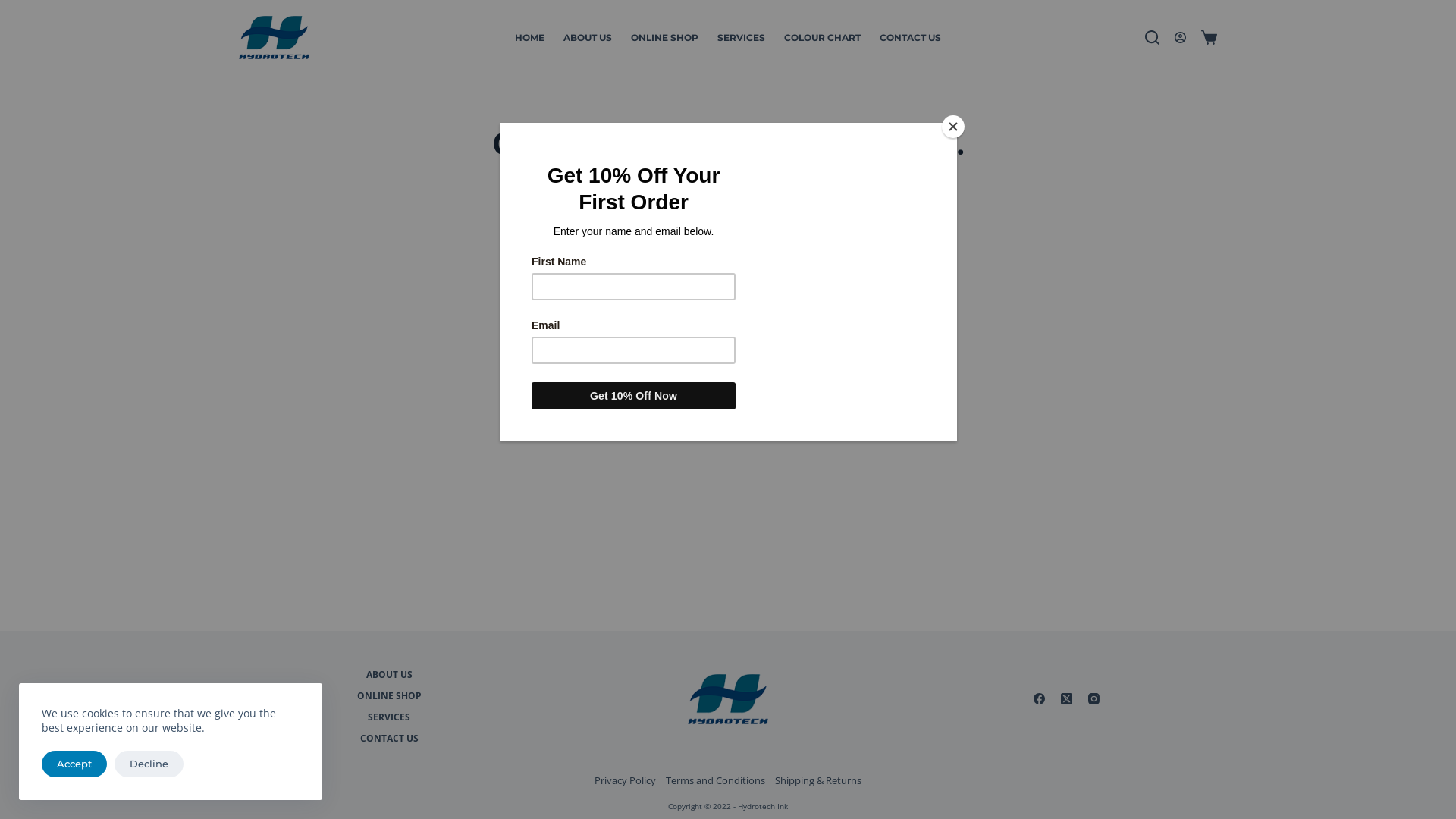 Image resolution: width=1456 pixels, height=819 pixels. What do you see at coordinates (625, 780) in the screenshot?
I see `'Privacy Policy'` at bounding box center [625, 780].